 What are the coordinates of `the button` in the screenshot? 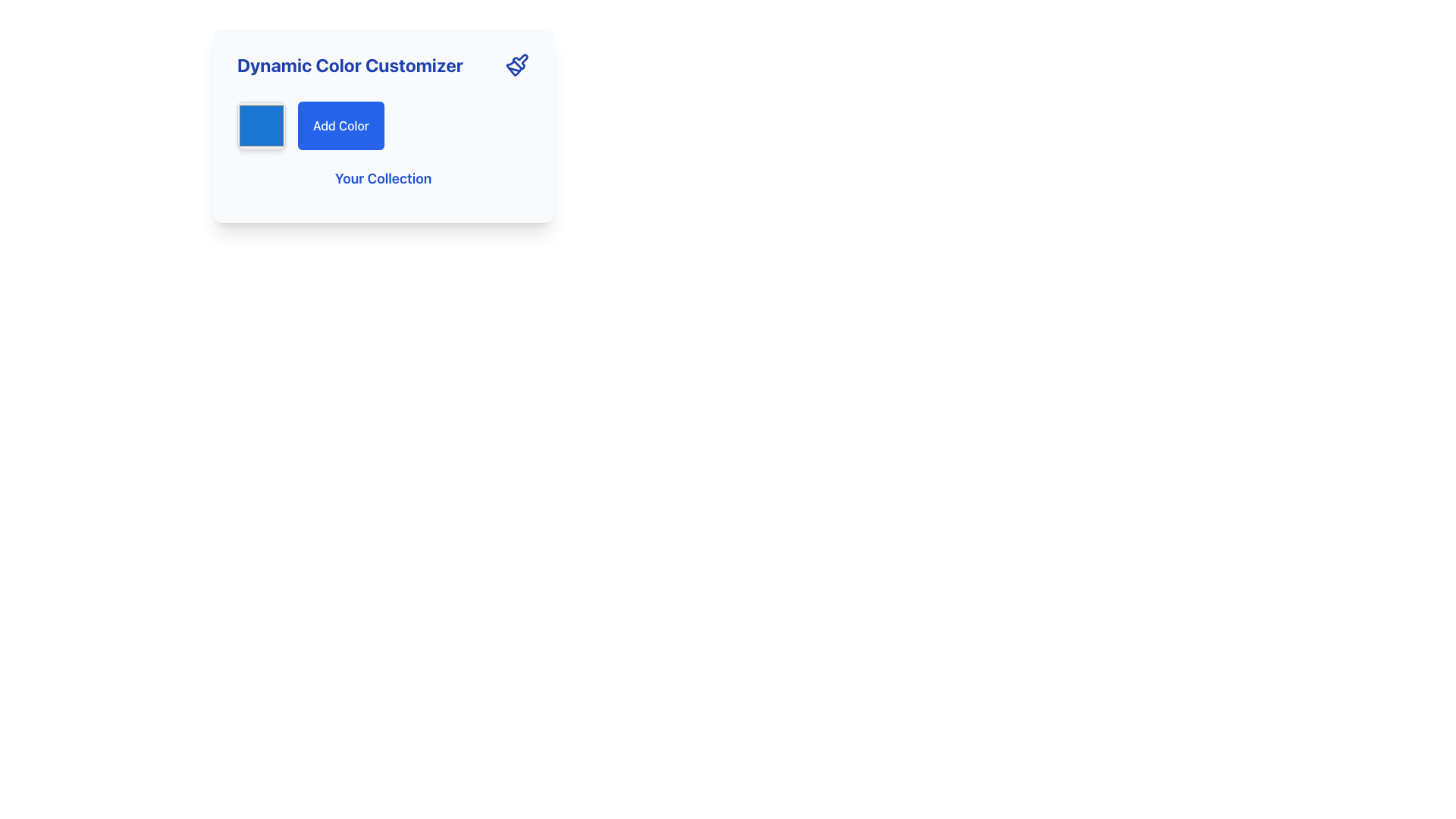 It's located at (383, 149).